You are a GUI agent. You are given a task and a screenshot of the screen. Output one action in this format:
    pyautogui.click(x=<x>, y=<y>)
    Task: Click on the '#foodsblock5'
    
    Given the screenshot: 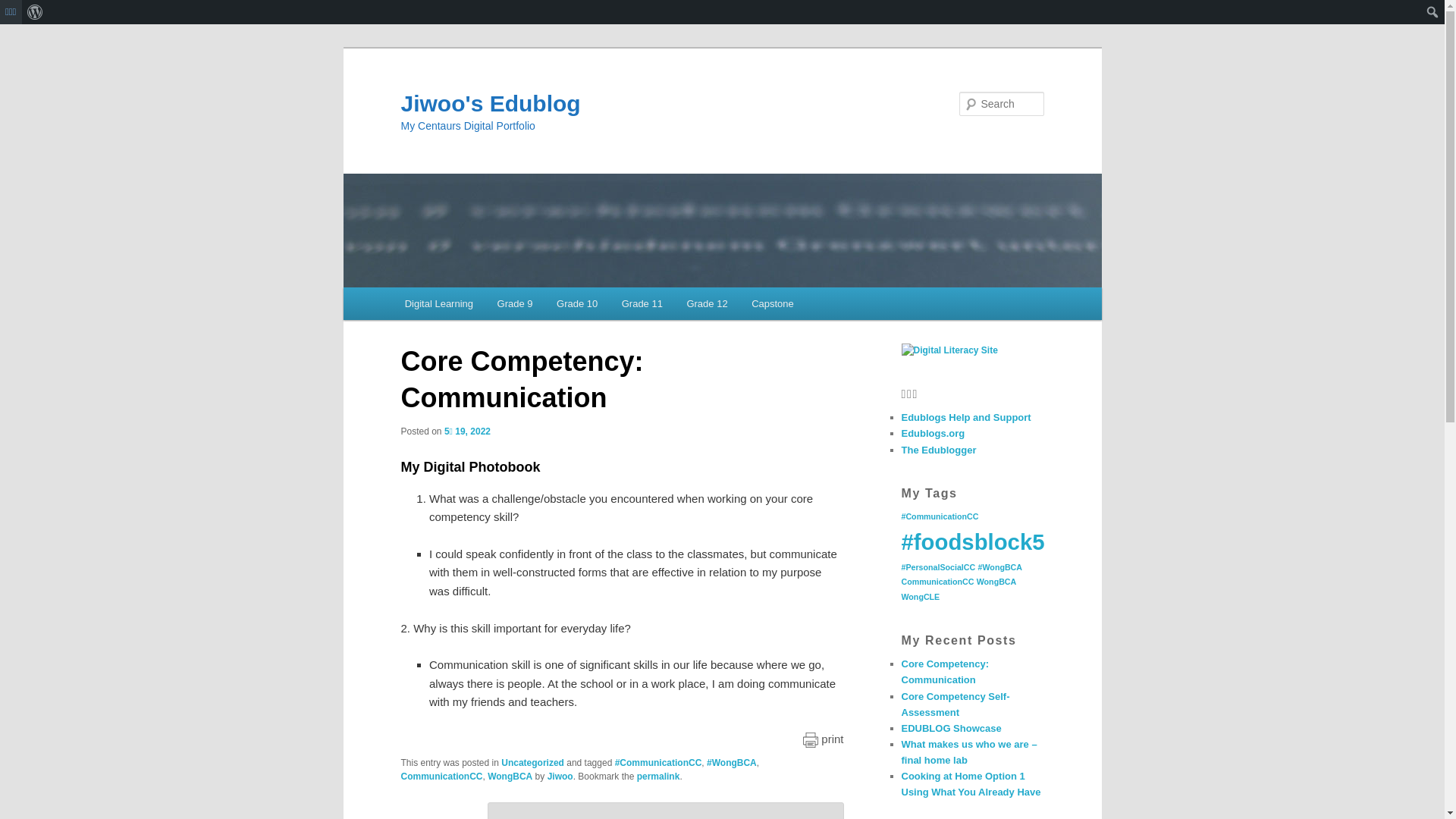 What is the action you would take?
    pyautogui.click(x=972, y=541)
    